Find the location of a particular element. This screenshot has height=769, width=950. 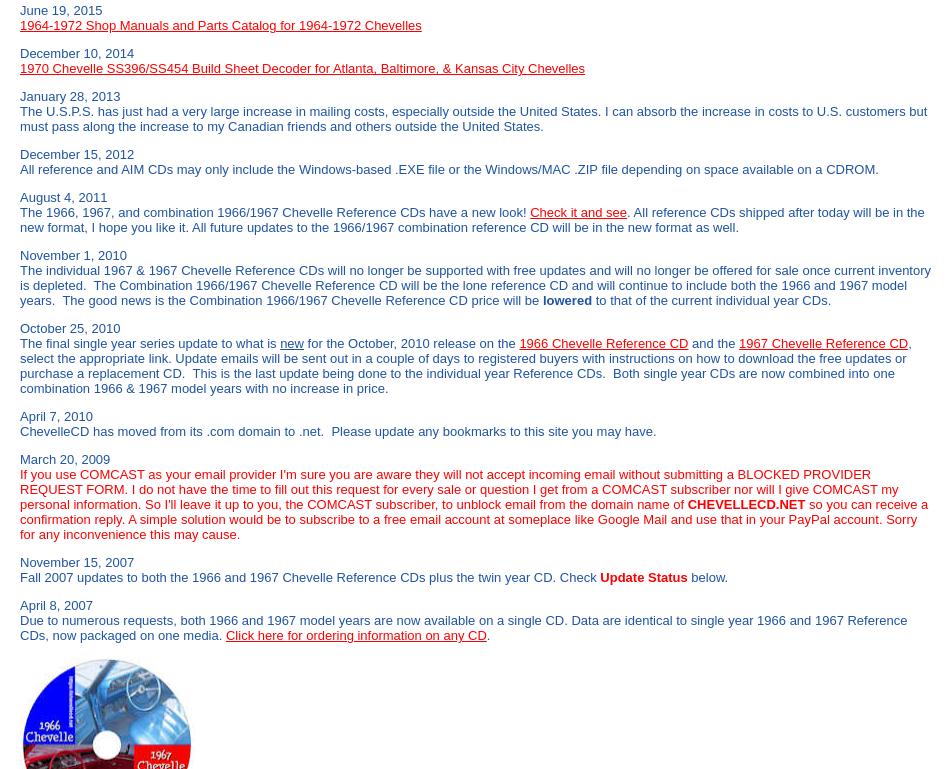

'The U.S.P.S. has just had a very large increase in mailing costs, especially outside the United States. I can absorb the increase in costs to U.S. customers but must pass along the increase to my Canadian friends and others outside the United States.' is located at coordinates (20, 118).